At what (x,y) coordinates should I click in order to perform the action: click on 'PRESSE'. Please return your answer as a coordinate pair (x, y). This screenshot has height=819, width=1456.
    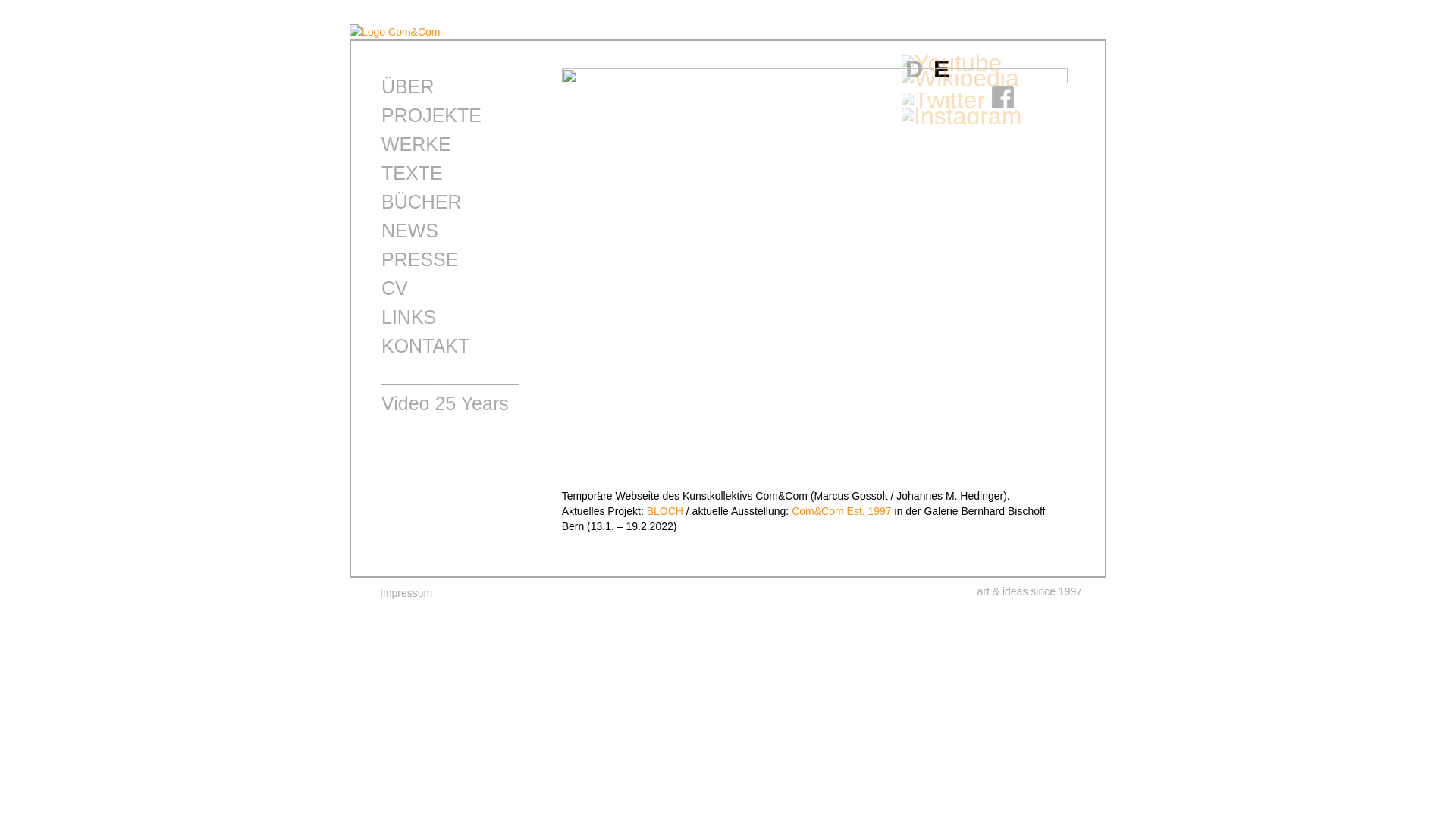
    Looking at the image, I should click on (419, 259).